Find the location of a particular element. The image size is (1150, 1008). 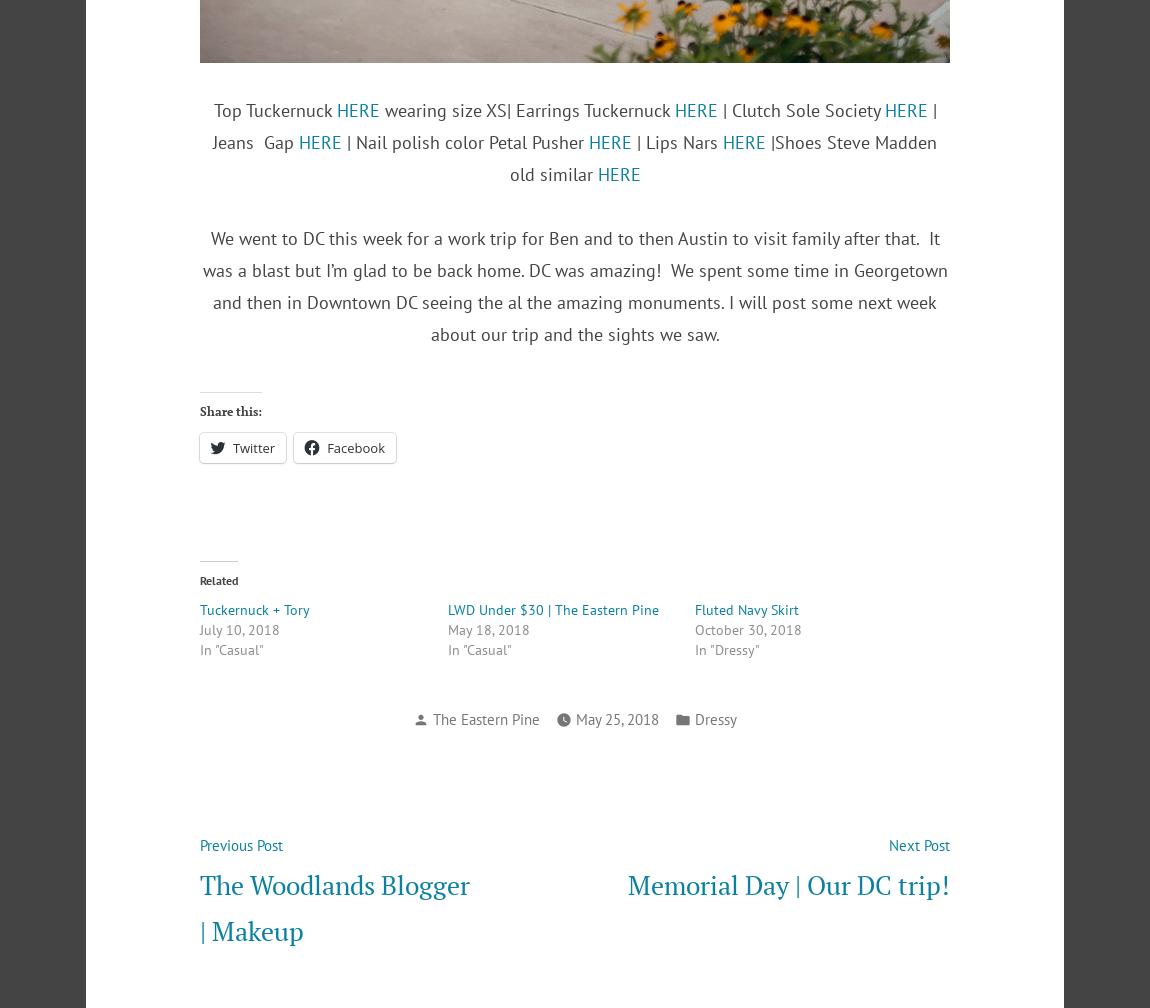

'| Nail polish color Petal Pusher' is located at coordinates (342, 141).